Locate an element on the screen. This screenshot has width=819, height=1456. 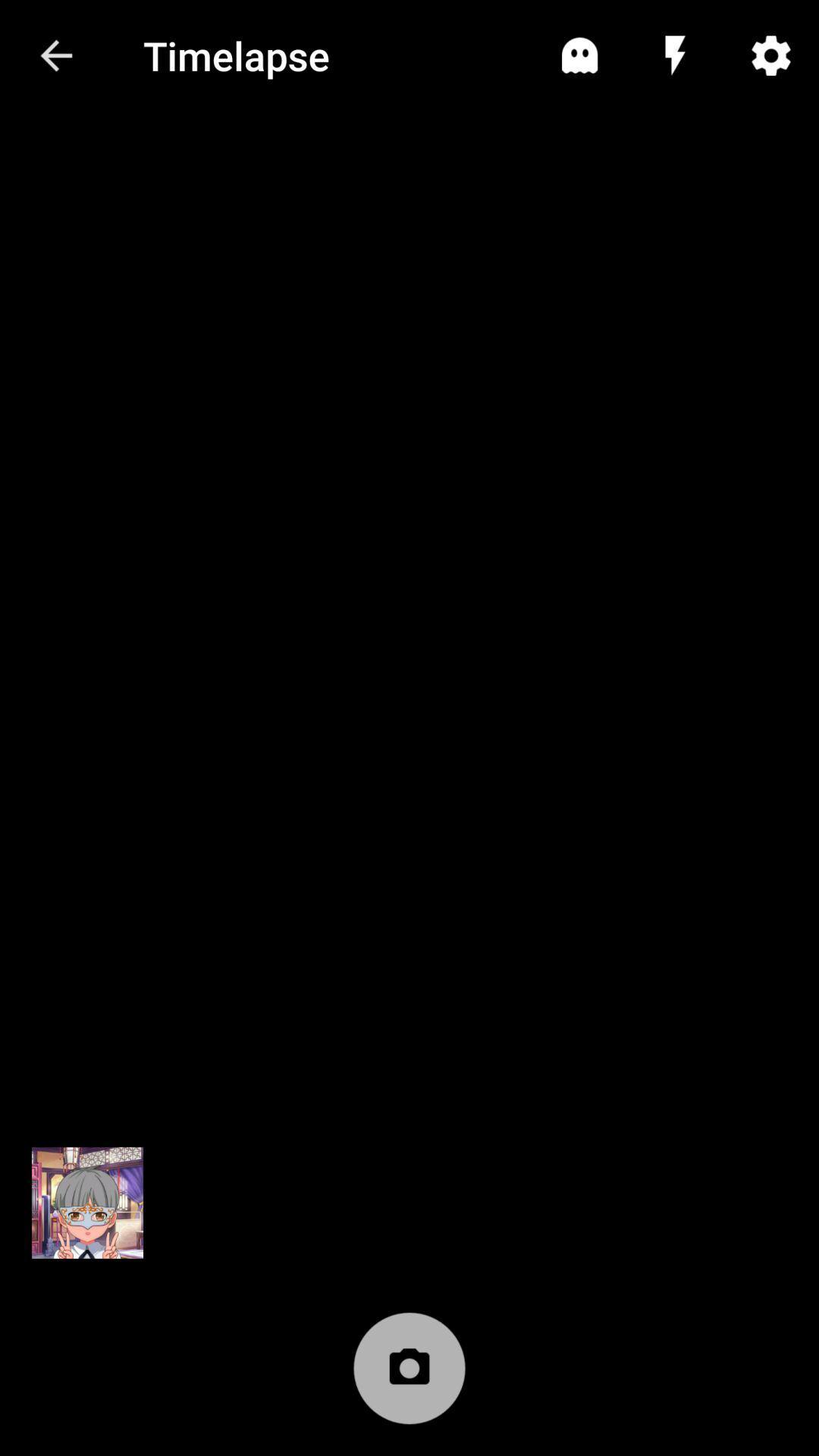
icon to the right of the timelapse icon is located at coordinates (579, 55).